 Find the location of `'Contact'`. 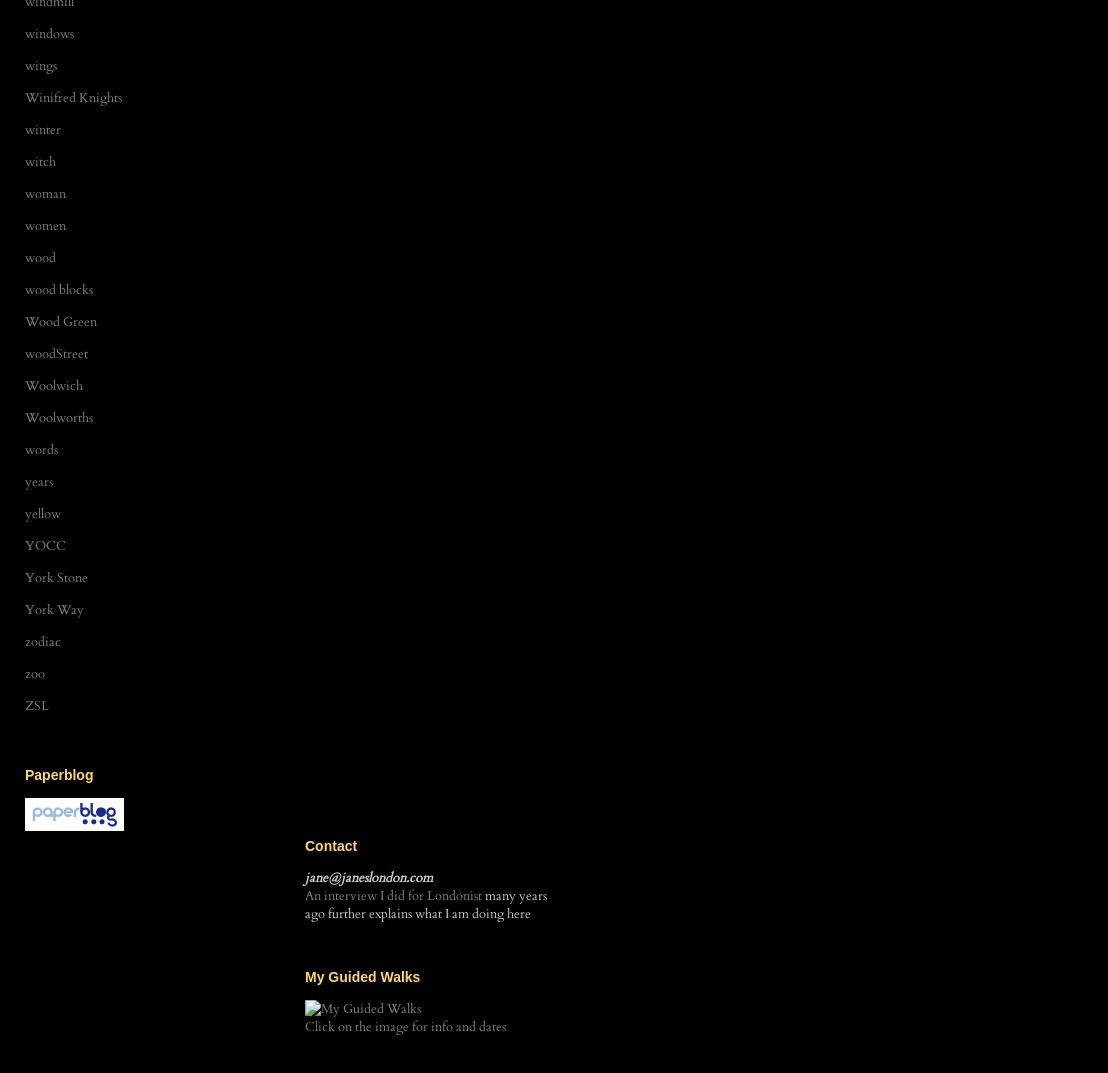

'Contact' is located at coordinates (329, 844).